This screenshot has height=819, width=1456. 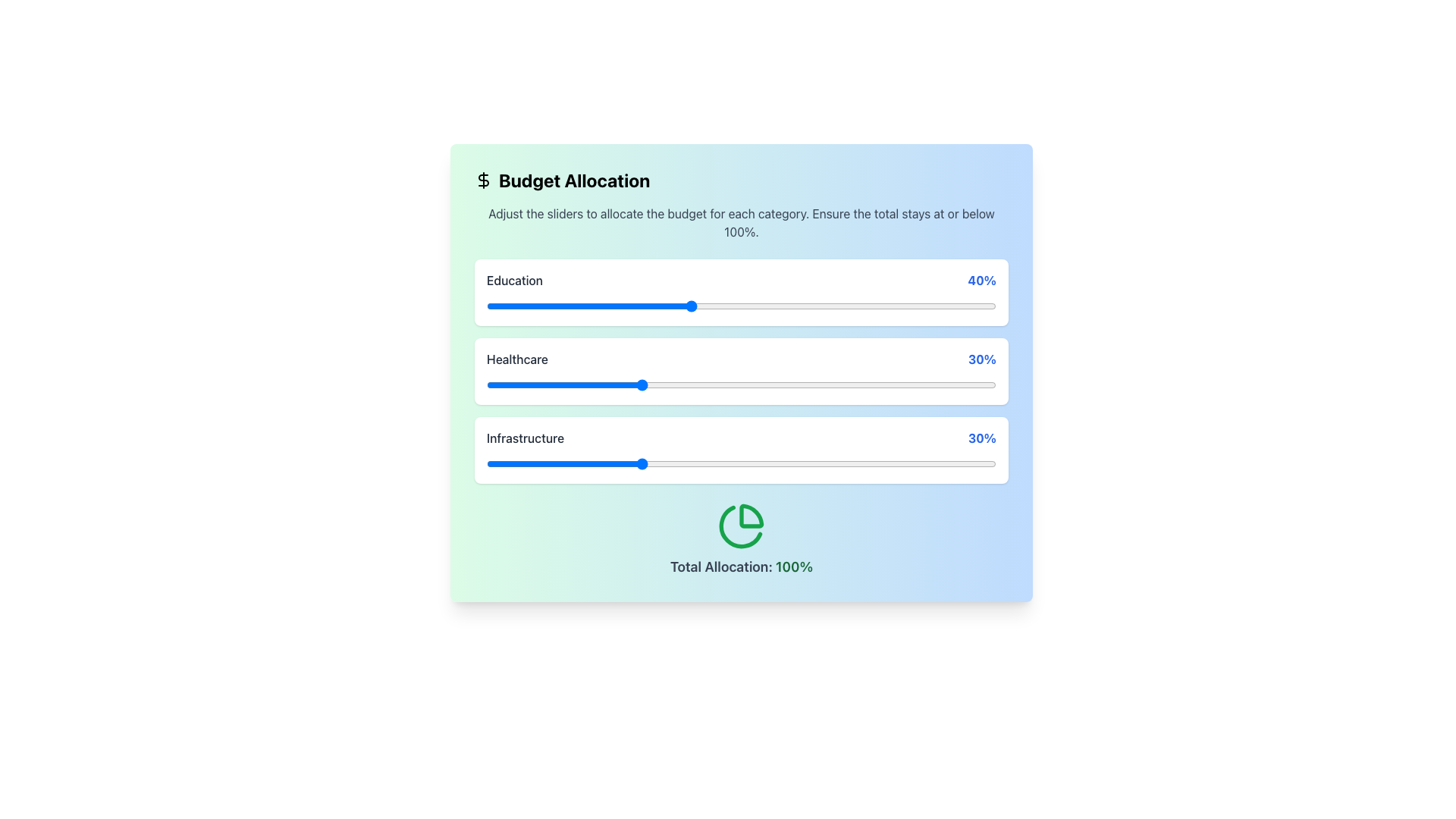 What do you see at coordinates (650, 306) in the screenshot?
I see `the budget allocation for Education` at bounding box center [650, 306].